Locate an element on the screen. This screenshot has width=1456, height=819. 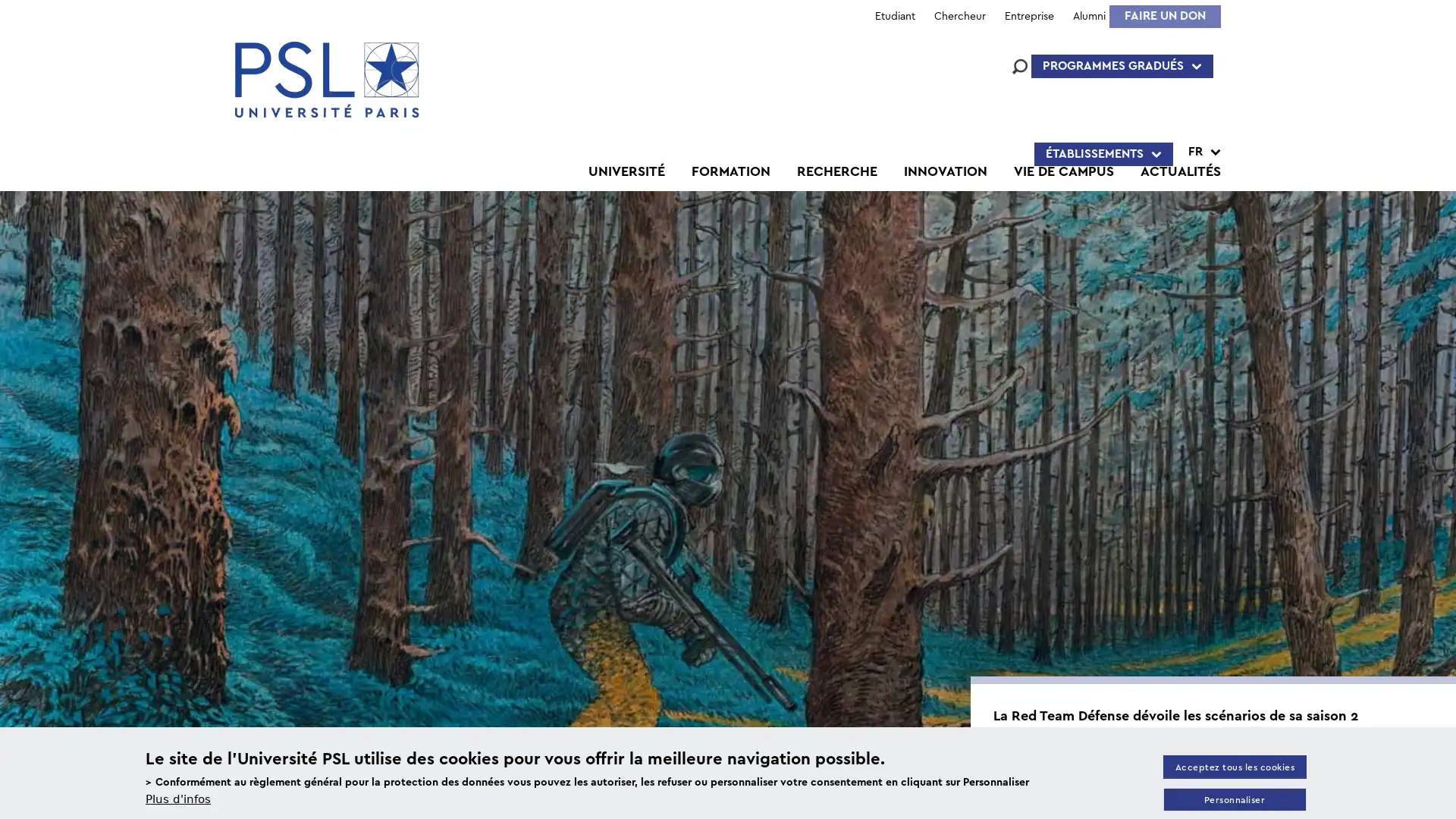
Parametres des cookies is located at coordinates (1234, 799).